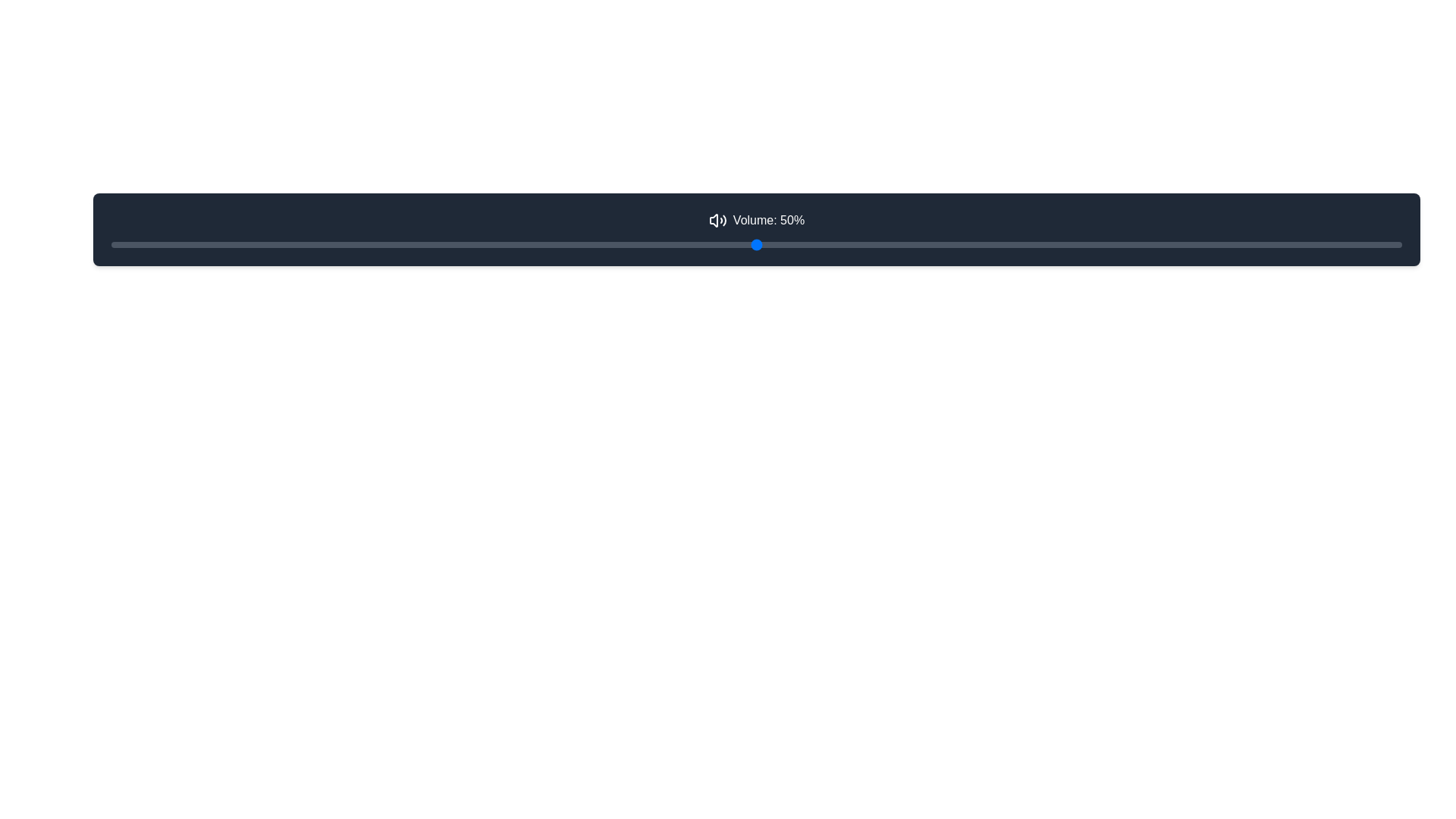 This screenshot has height=819, width=1456. I want to click on the range slider that adjusts the volume level, currently set to 50%, located beneath the 'Volume: 50%' text and volume icon, so click(757, 244).